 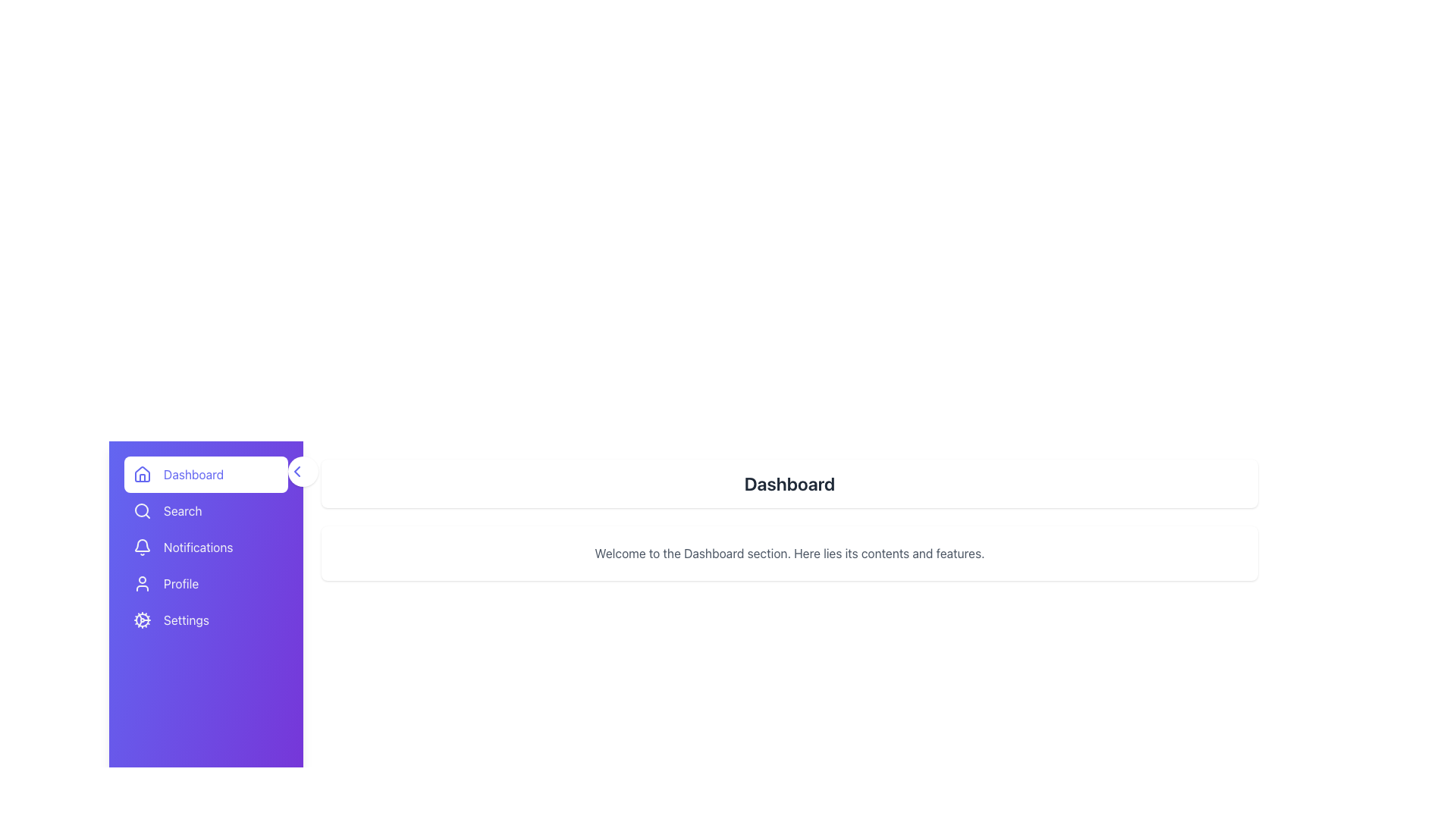 What do you see at coordinates (206, 547) in the screenshot?
I see `the notifications button located in the sidebar, which is the third item in the vertical list` at bounding box center [206, 547].